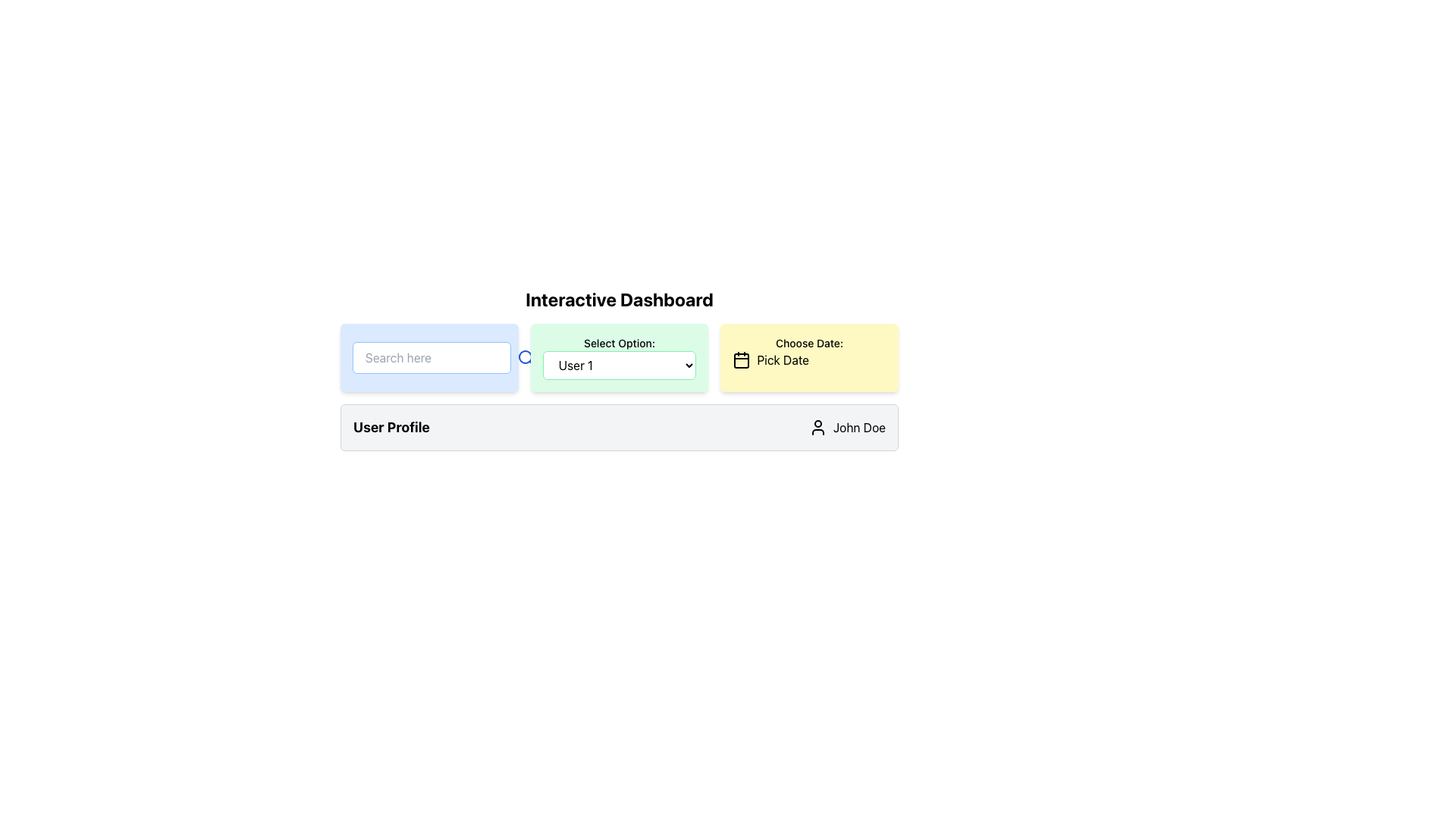 The image size is (1456, 819). Describe the element at coordinates (526, 357) in the screenshot. I see `the search button located directly to the right of the 'Search here' input field` at that location.